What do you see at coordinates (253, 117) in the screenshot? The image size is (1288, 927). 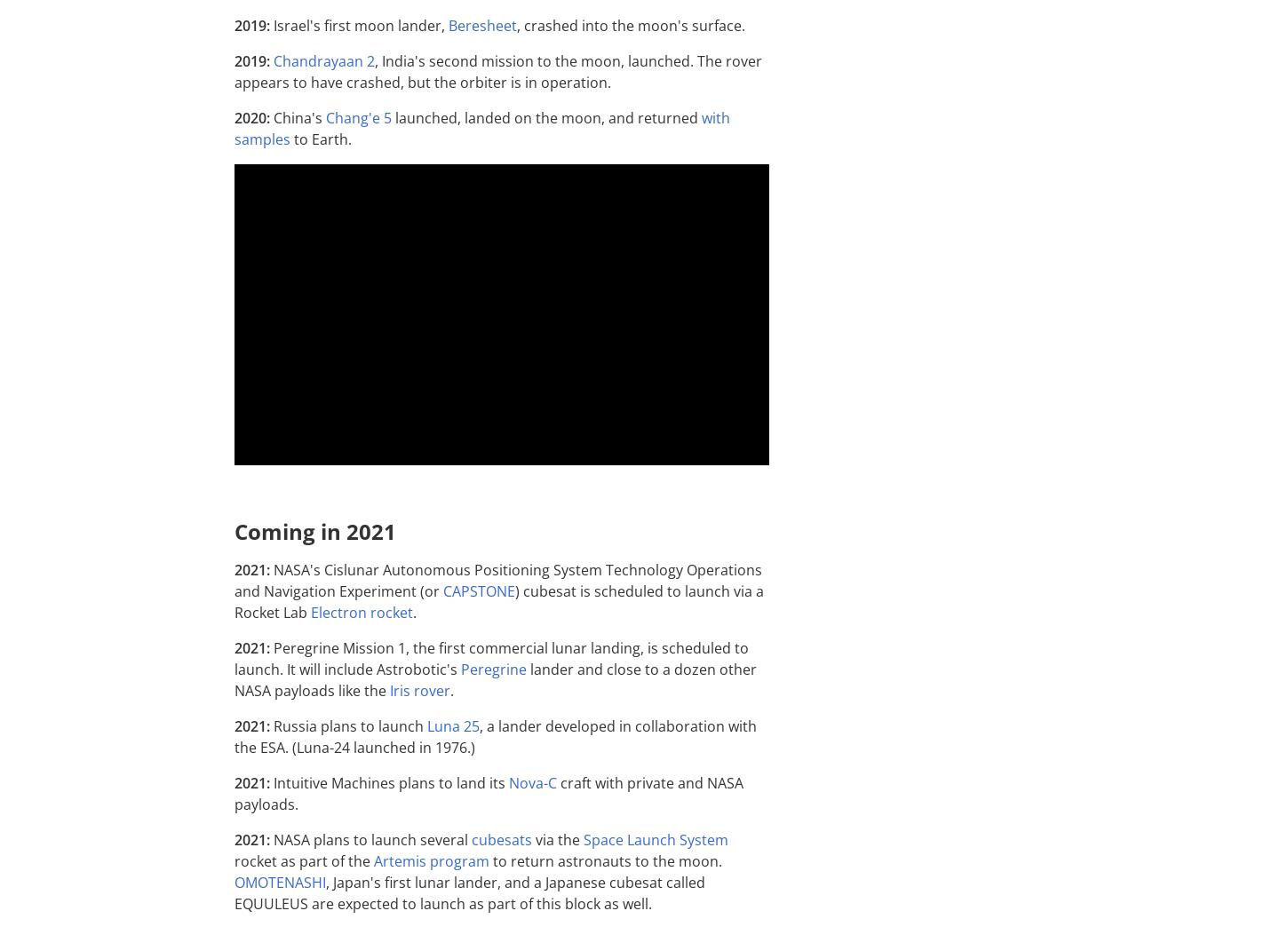 I see `'2020:'` at bounding box center [253, 117].